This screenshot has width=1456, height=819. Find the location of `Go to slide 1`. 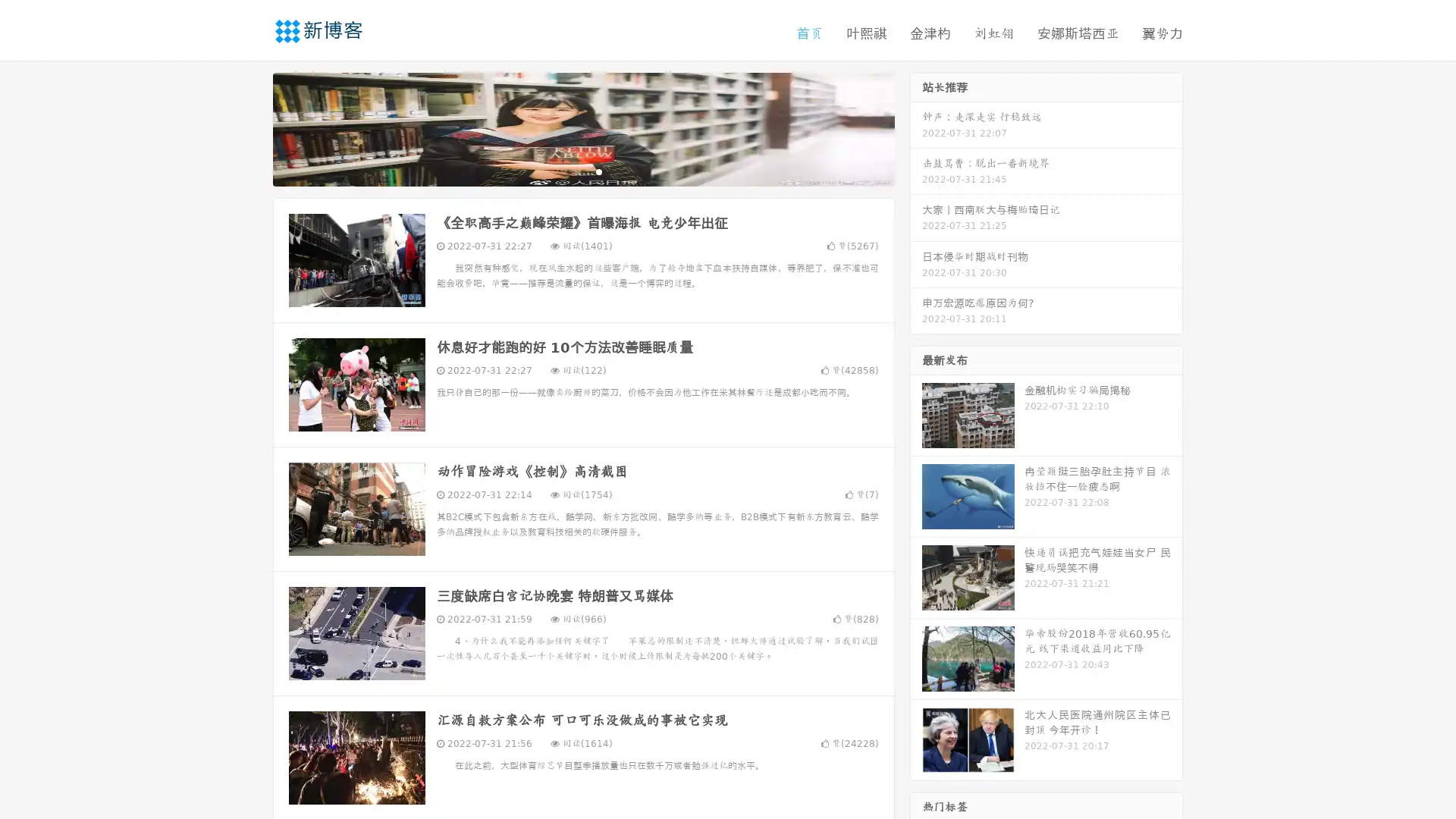

Go to slide 1 is located at coordinates (567, 171).